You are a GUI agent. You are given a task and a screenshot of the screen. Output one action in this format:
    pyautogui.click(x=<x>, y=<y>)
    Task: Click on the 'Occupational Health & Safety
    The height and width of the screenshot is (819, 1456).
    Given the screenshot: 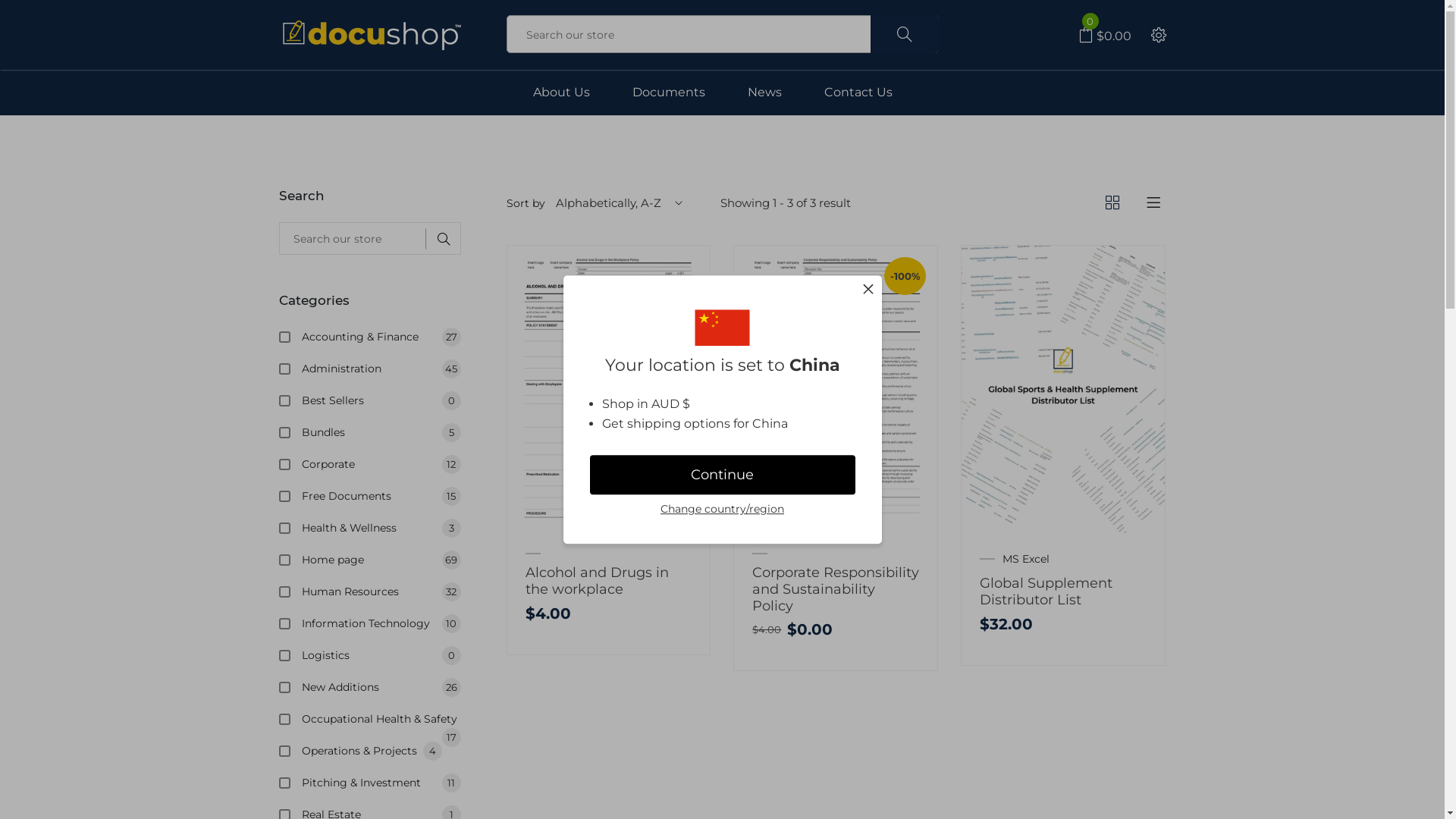 What is the action you would take?
    pyautogui.click(x=381, y=718)
    